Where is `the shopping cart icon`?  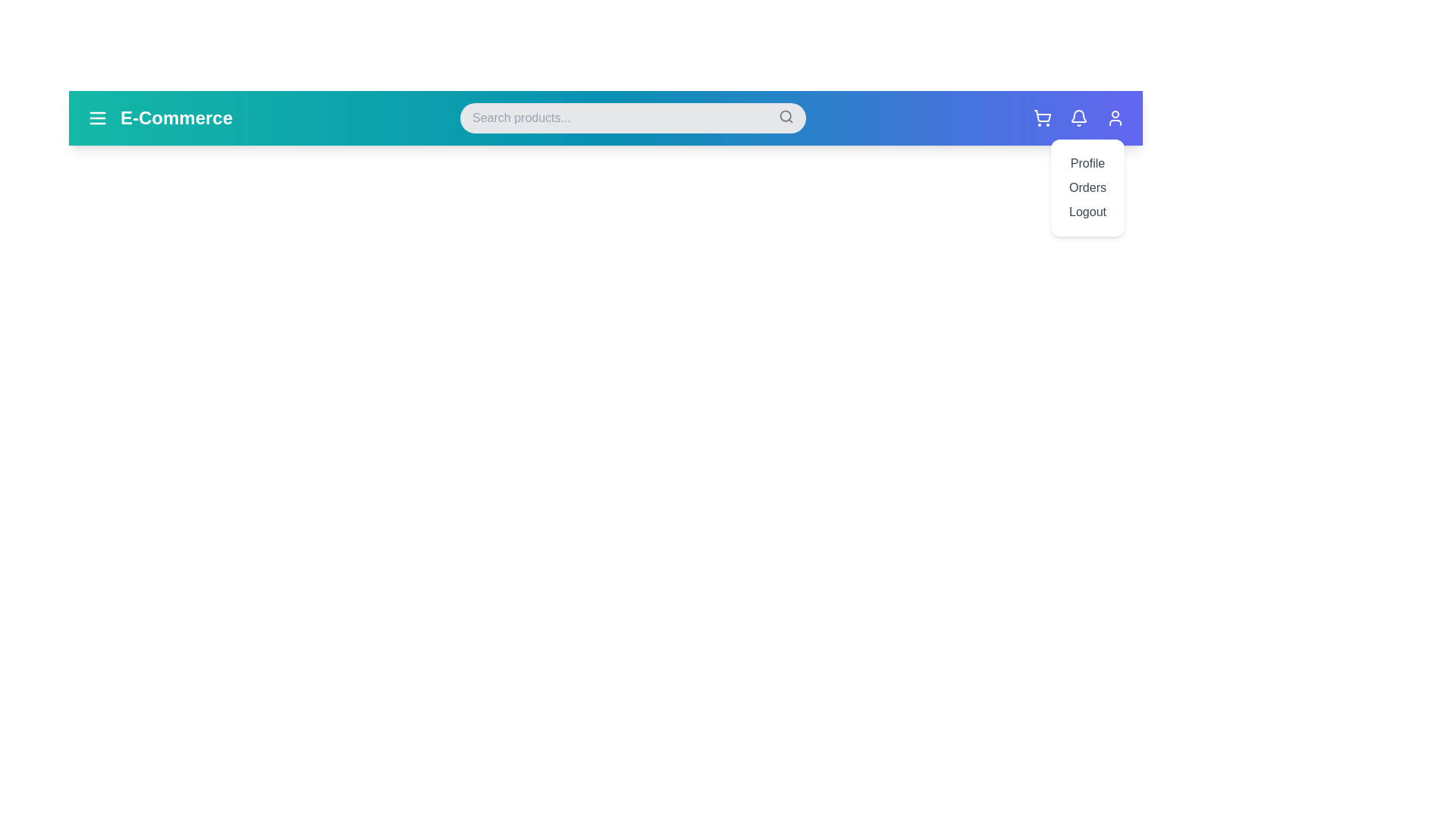 the shopping cart icon is located at coordinates (1041, 117).